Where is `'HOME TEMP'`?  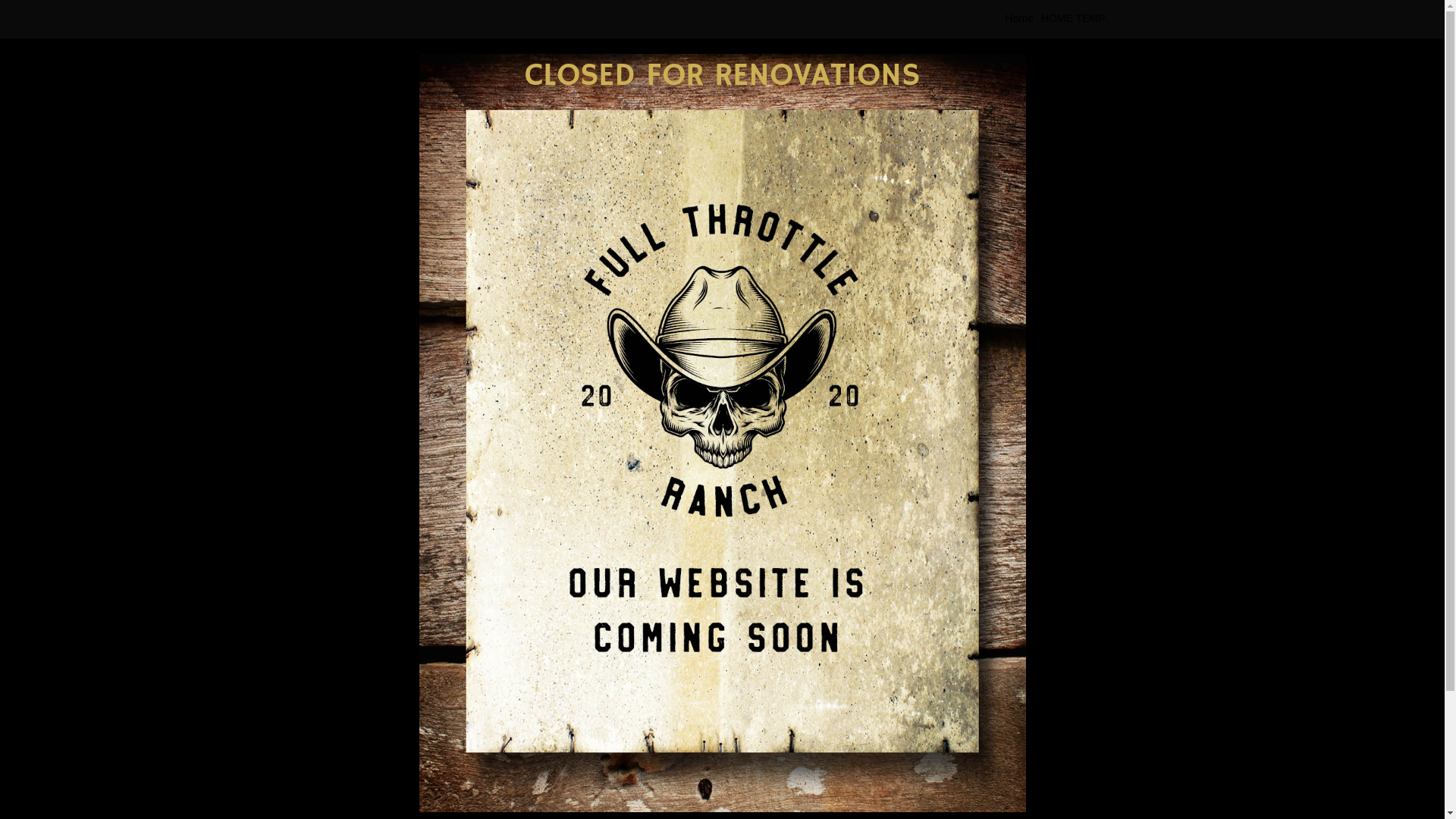 'HOME TEMP' is located at coordinates (1072, 18).